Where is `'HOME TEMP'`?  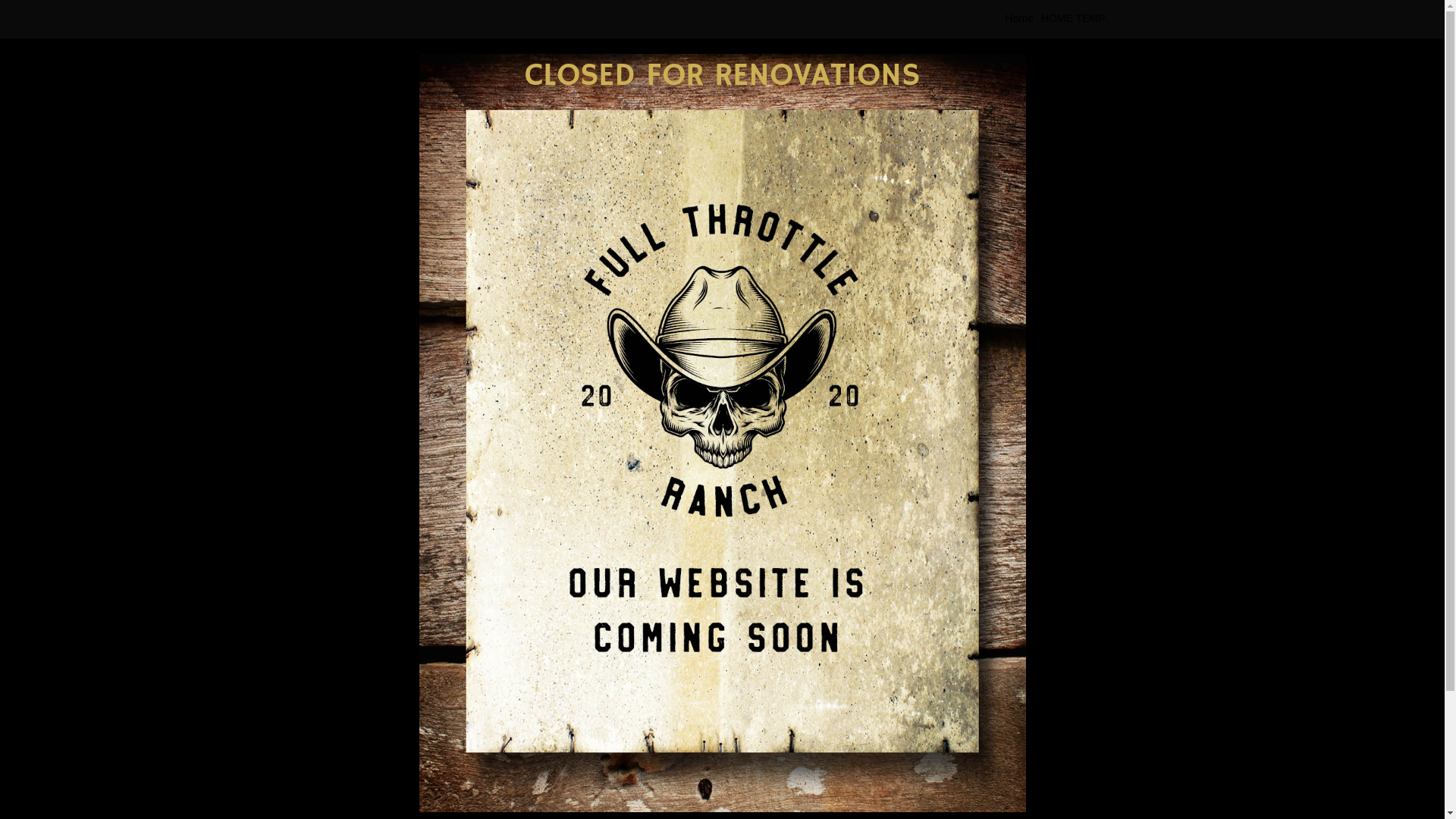 'HOME TEMP' is located at coordinates (1072, 18).